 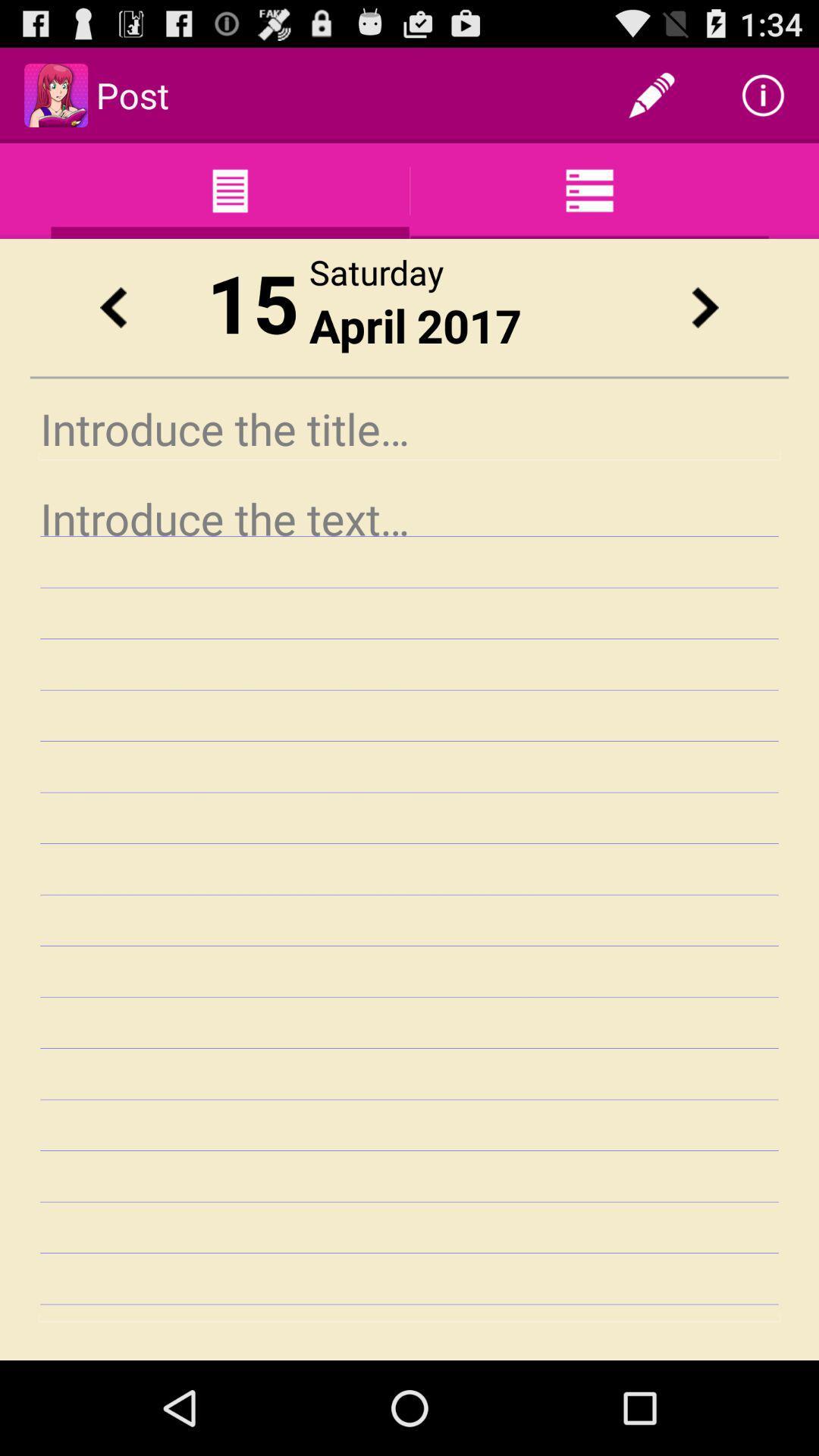 I want to click on item to the right of post icon, so click(x=651, y=94).